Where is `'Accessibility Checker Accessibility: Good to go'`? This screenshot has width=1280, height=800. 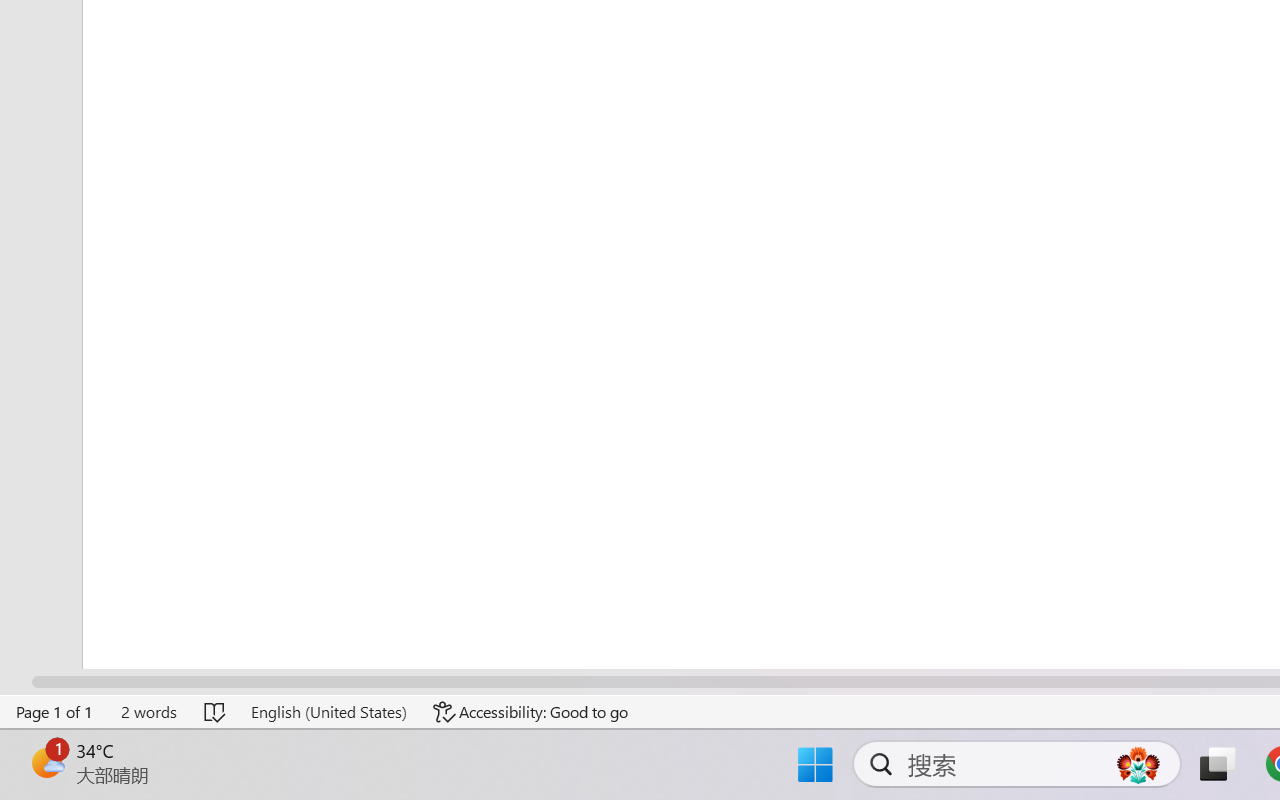
'Accessibility Checker Accessibility: Good to go' is located at coordinates (531, 711).